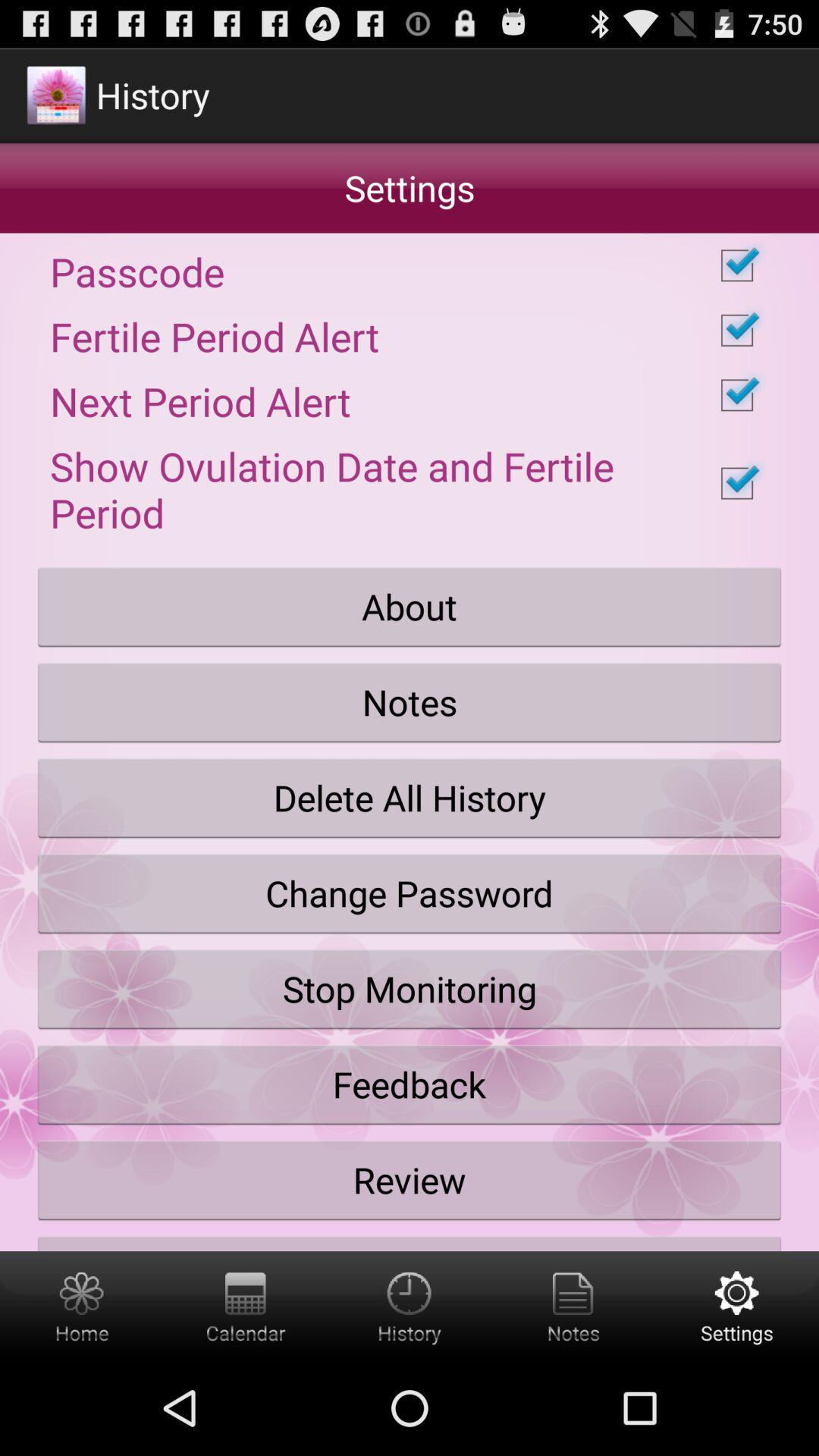  I want to click on notes, so click(573, 1305).